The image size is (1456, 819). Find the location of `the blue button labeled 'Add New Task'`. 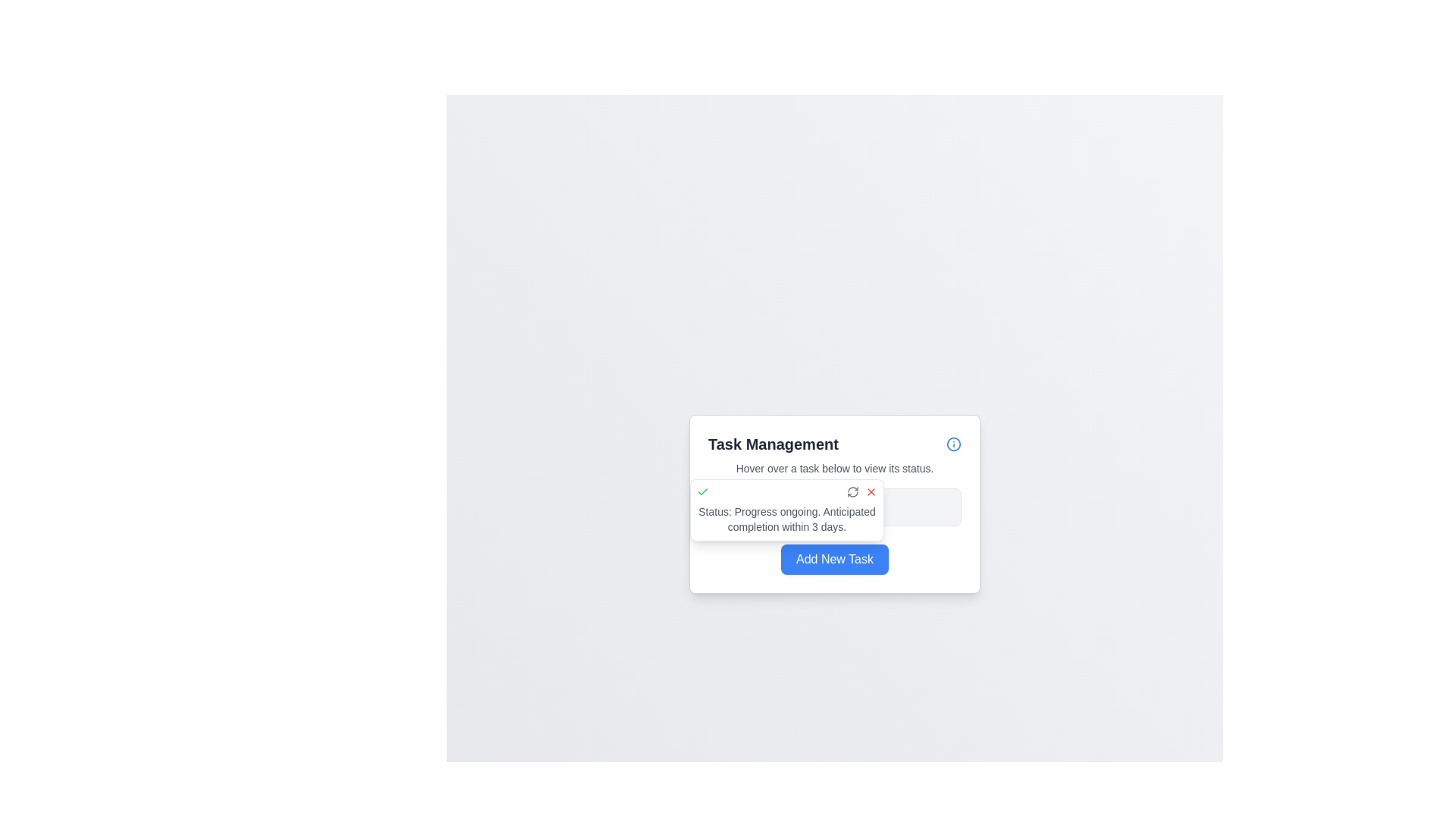

the blue button labeled 'Add New Task' is located at coordinates (833, 559).